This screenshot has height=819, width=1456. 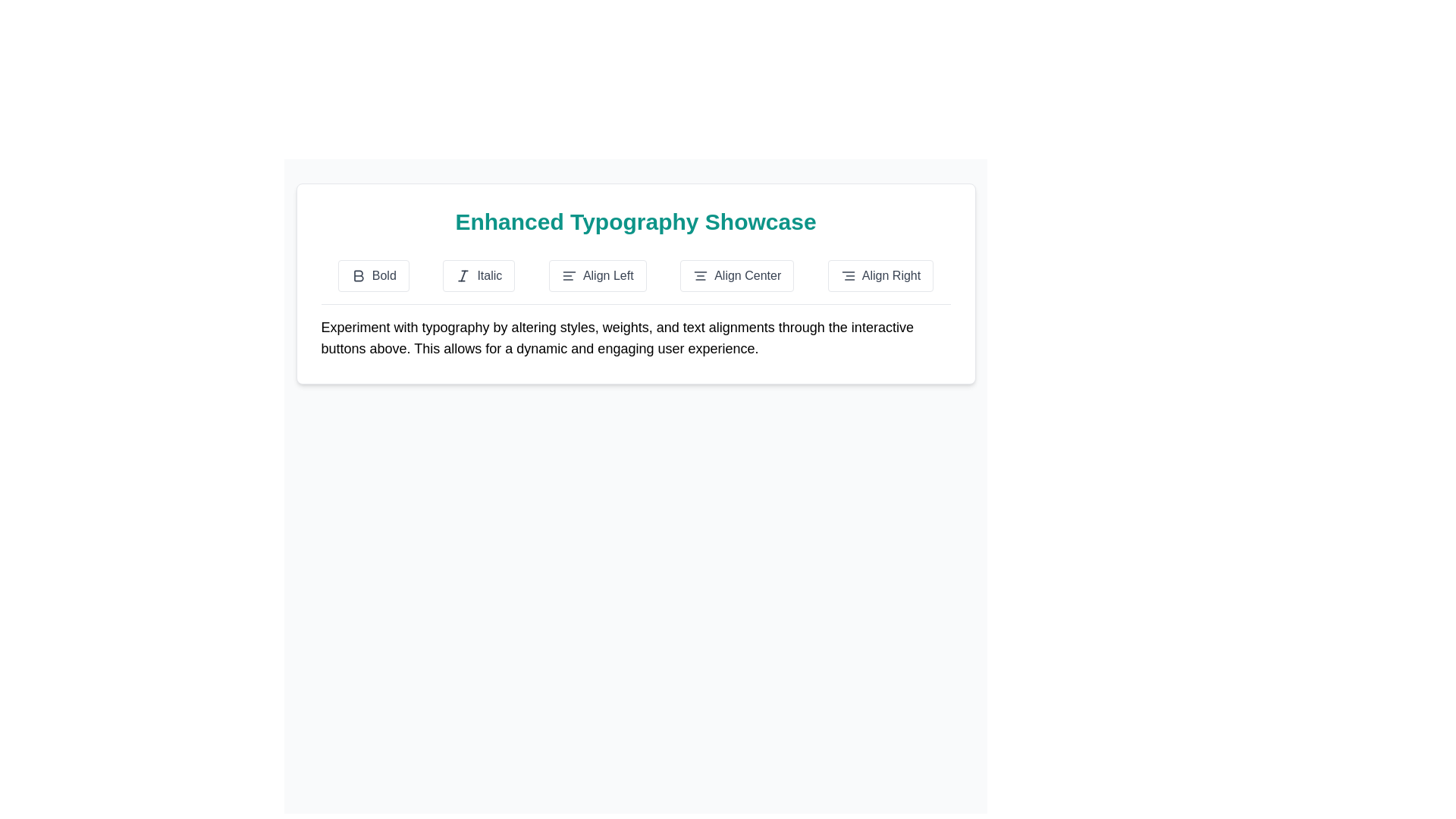 I want to click on the bold styling button, so click(x=373, y=275).